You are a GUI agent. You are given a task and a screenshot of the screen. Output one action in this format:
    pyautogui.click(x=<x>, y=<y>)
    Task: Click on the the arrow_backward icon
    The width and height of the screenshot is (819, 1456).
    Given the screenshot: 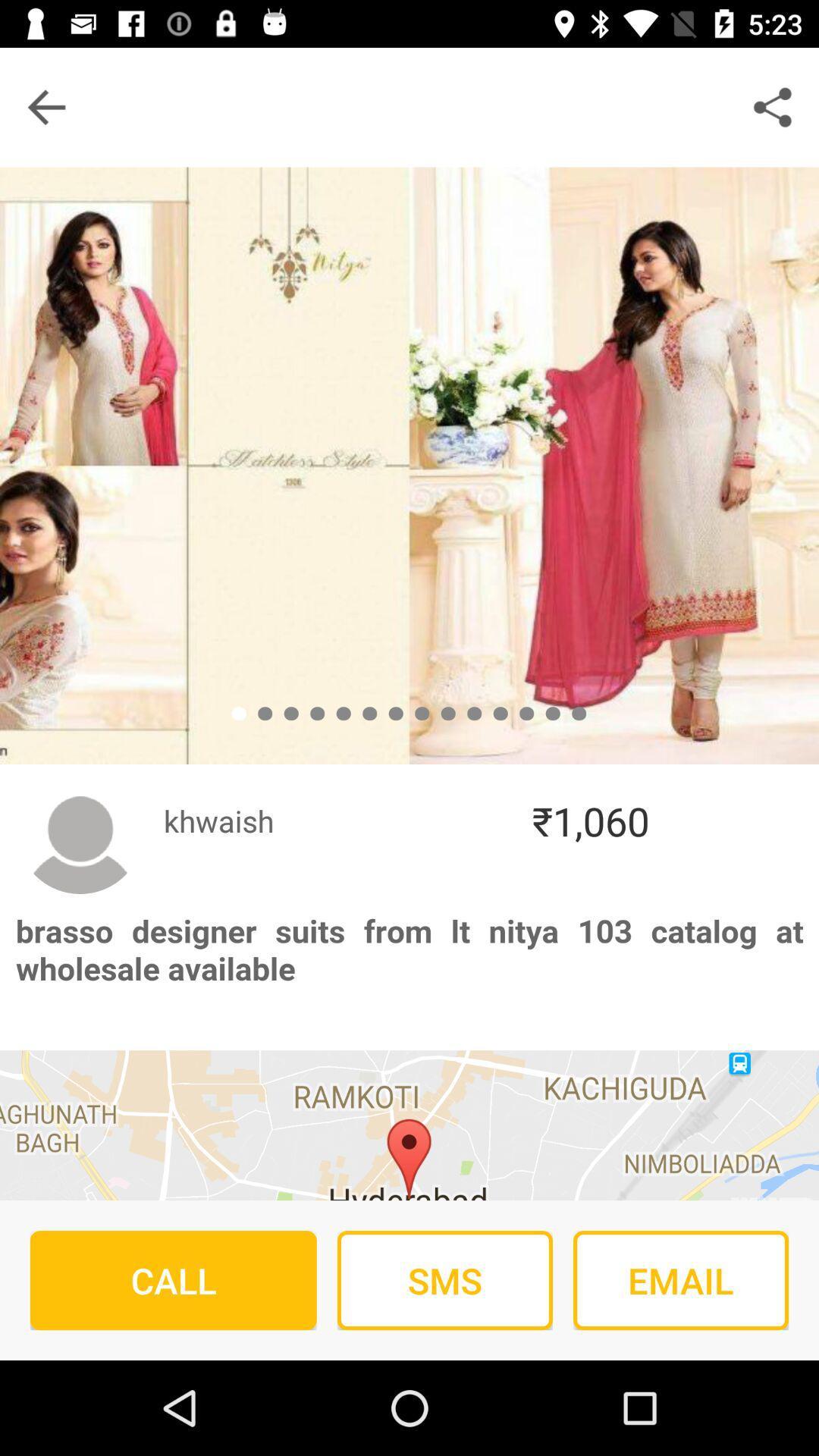 What is the action you would take?
    pyautogui.click(x=45, y=106)
    